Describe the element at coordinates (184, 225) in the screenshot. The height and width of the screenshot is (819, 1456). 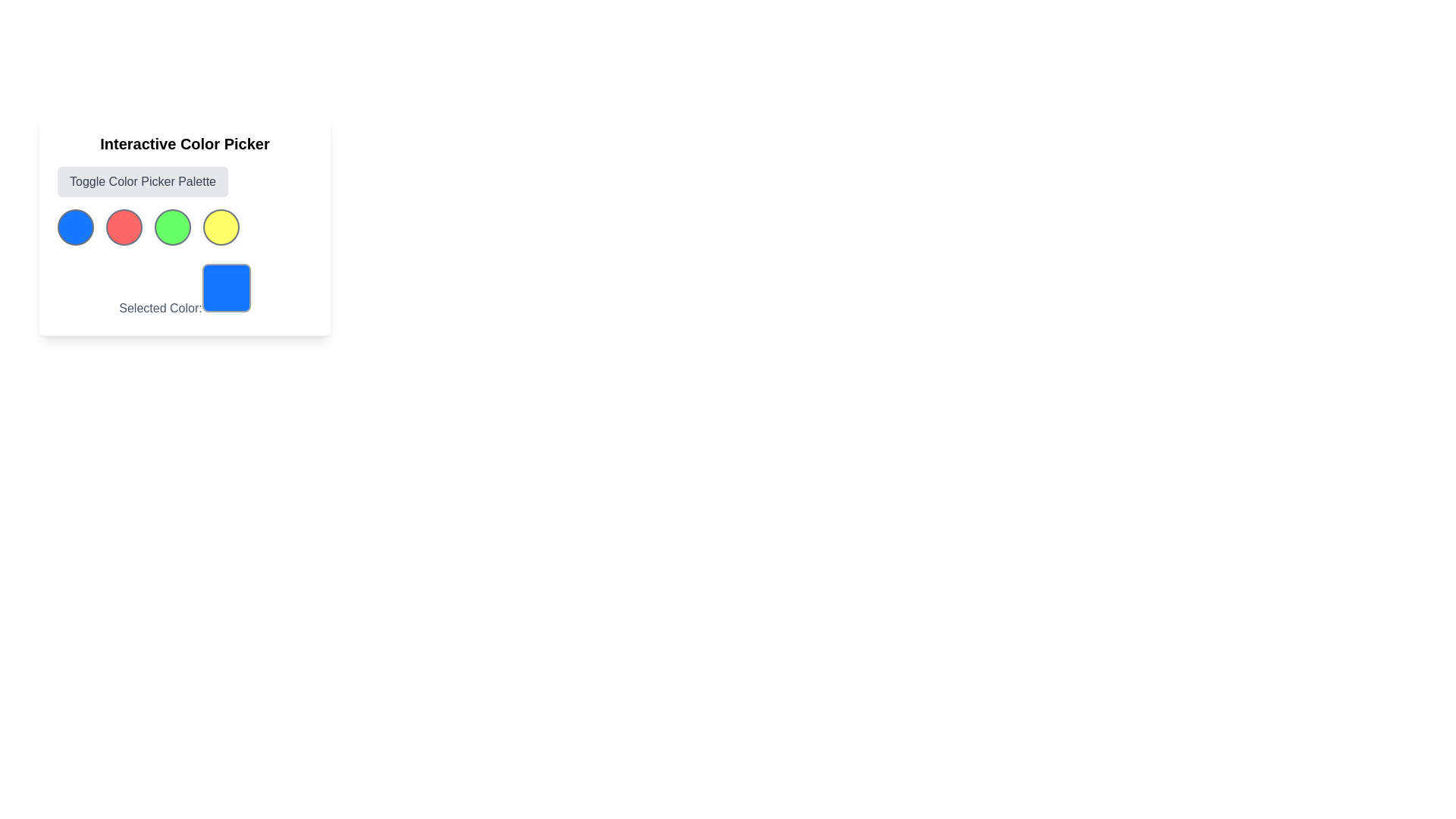
I see `the vibrant green interactive color selection button, which is the third circle in the row of color picker options` at that location.